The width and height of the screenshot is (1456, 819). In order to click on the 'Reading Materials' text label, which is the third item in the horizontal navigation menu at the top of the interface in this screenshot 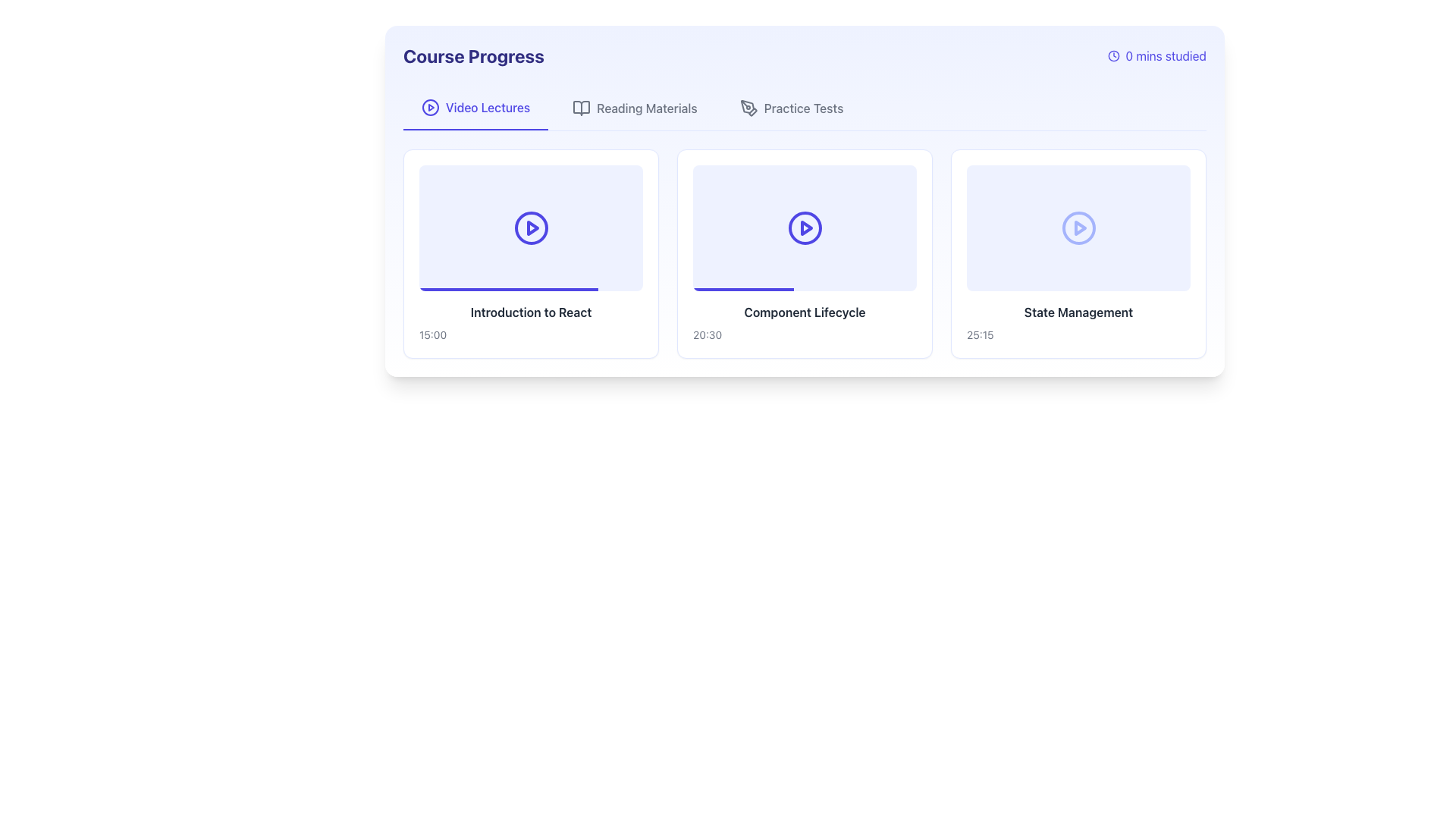, I will do `click(647, 107)`.